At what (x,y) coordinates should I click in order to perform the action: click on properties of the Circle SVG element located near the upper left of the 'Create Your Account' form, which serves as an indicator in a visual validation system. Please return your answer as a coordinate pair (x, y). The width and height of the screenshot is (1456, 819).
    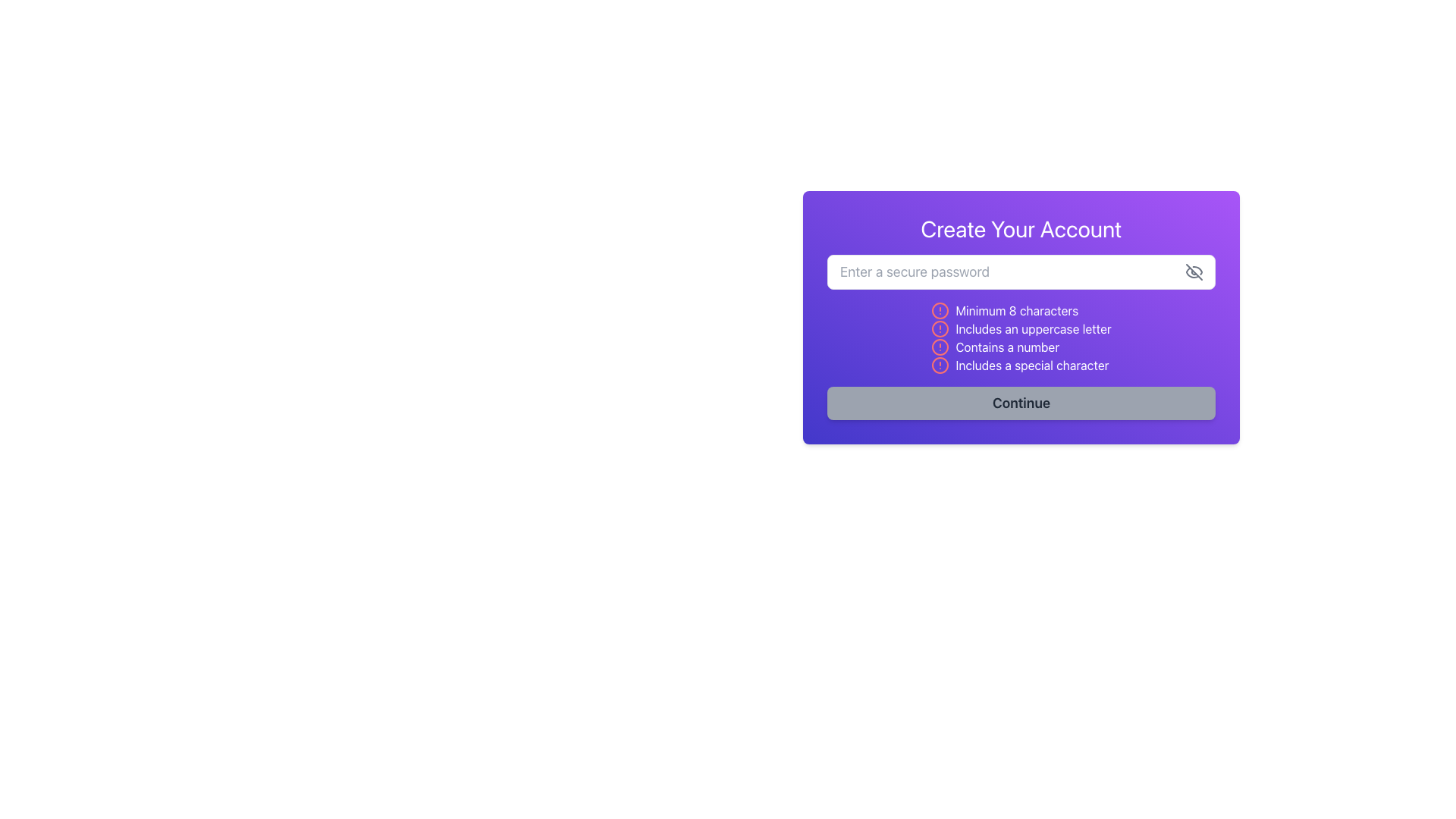
    Looking at the image, I should click on (940, 309).